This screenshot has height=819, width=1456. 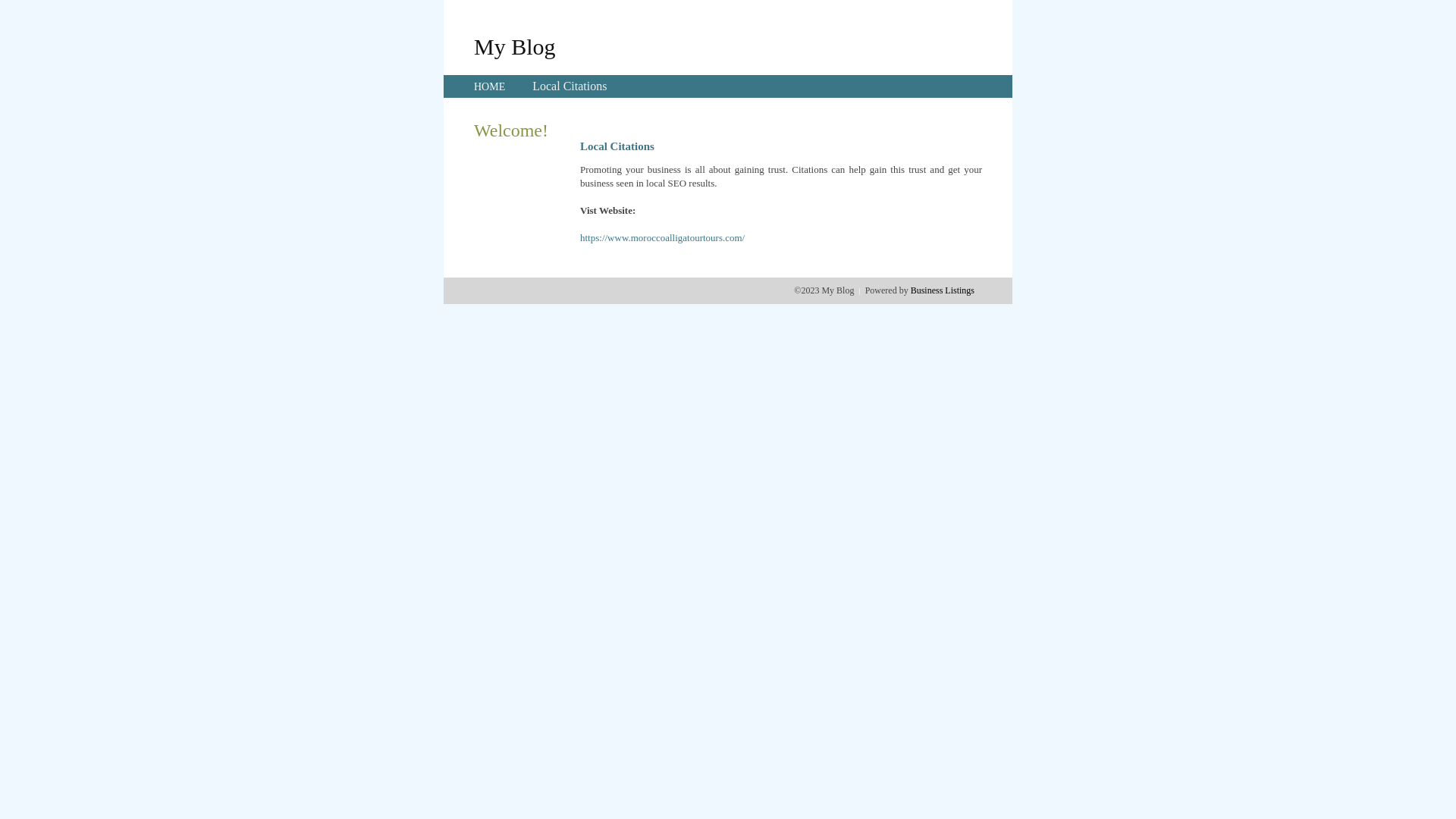 I want to click on 'My Blog', so click(x=514, y=45).